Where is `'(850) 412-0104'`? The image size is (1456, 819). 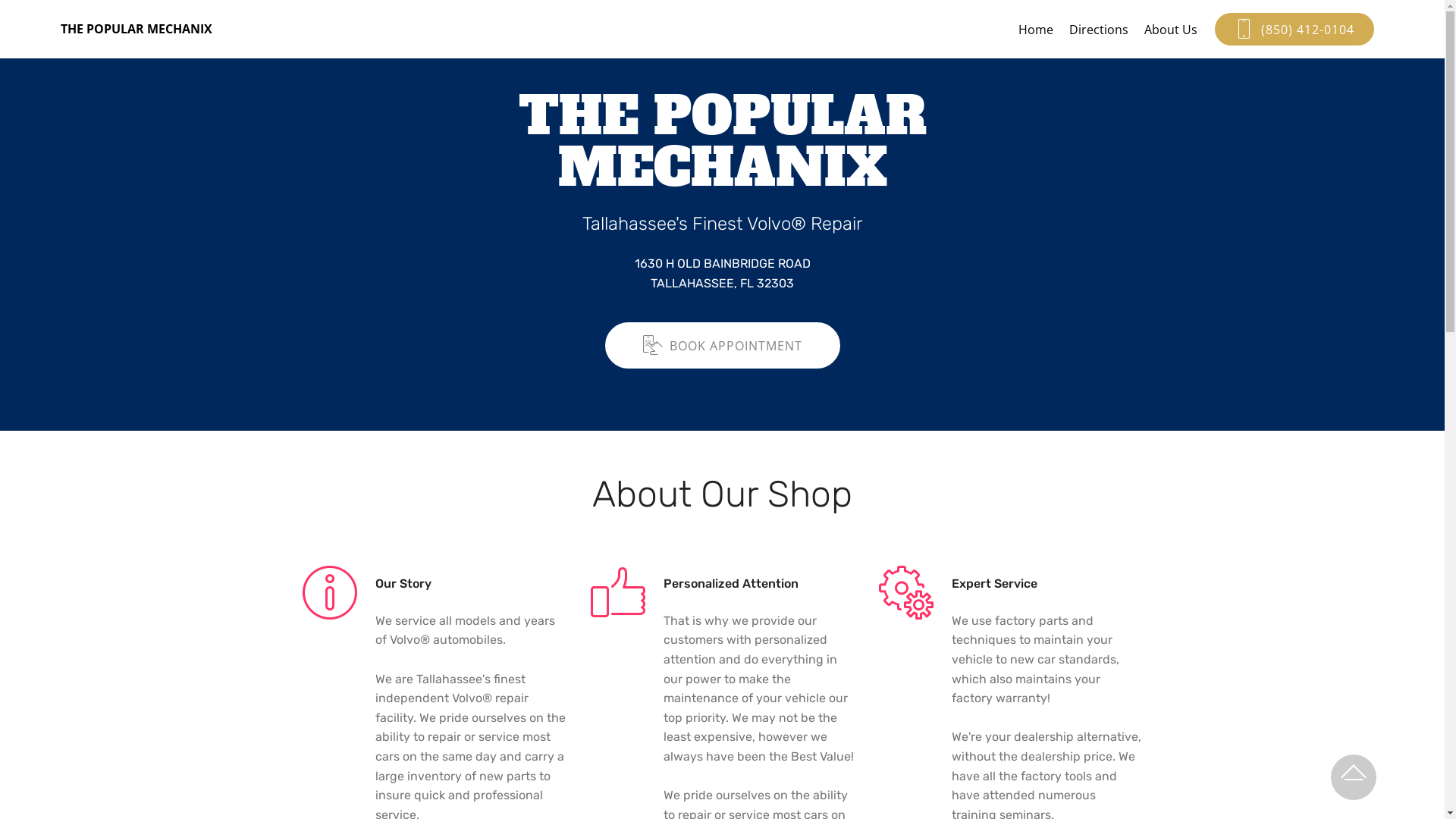
'(850) 412-0104' is located at coordinates (1294, 29).